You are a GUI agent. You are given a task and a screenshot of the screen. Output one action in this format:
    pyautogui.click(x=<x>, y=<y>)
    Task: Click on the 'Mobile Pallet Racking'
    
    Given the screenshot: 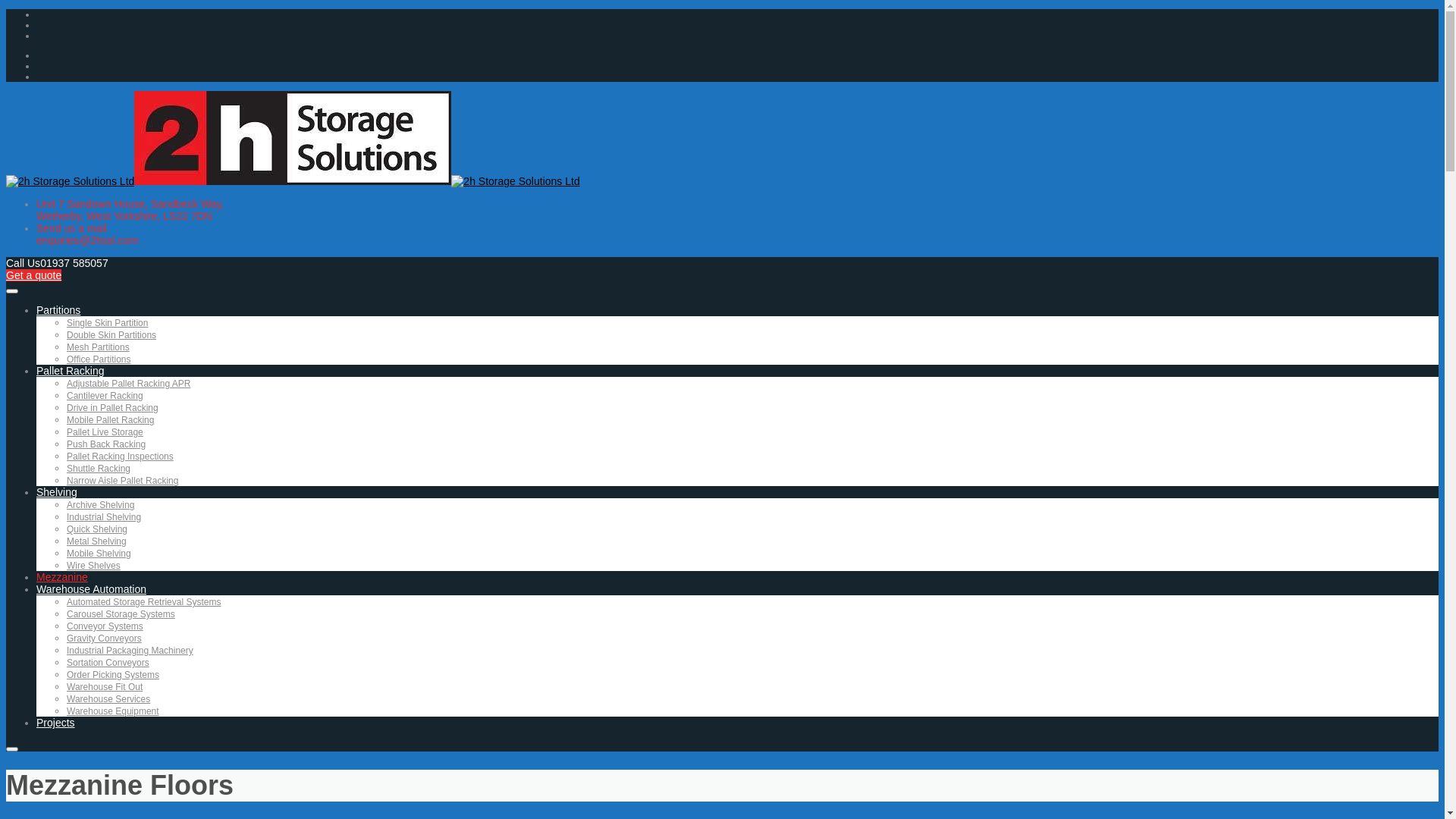 What is the action you would take?
    pyautogui.click(x=109, y=420)
    